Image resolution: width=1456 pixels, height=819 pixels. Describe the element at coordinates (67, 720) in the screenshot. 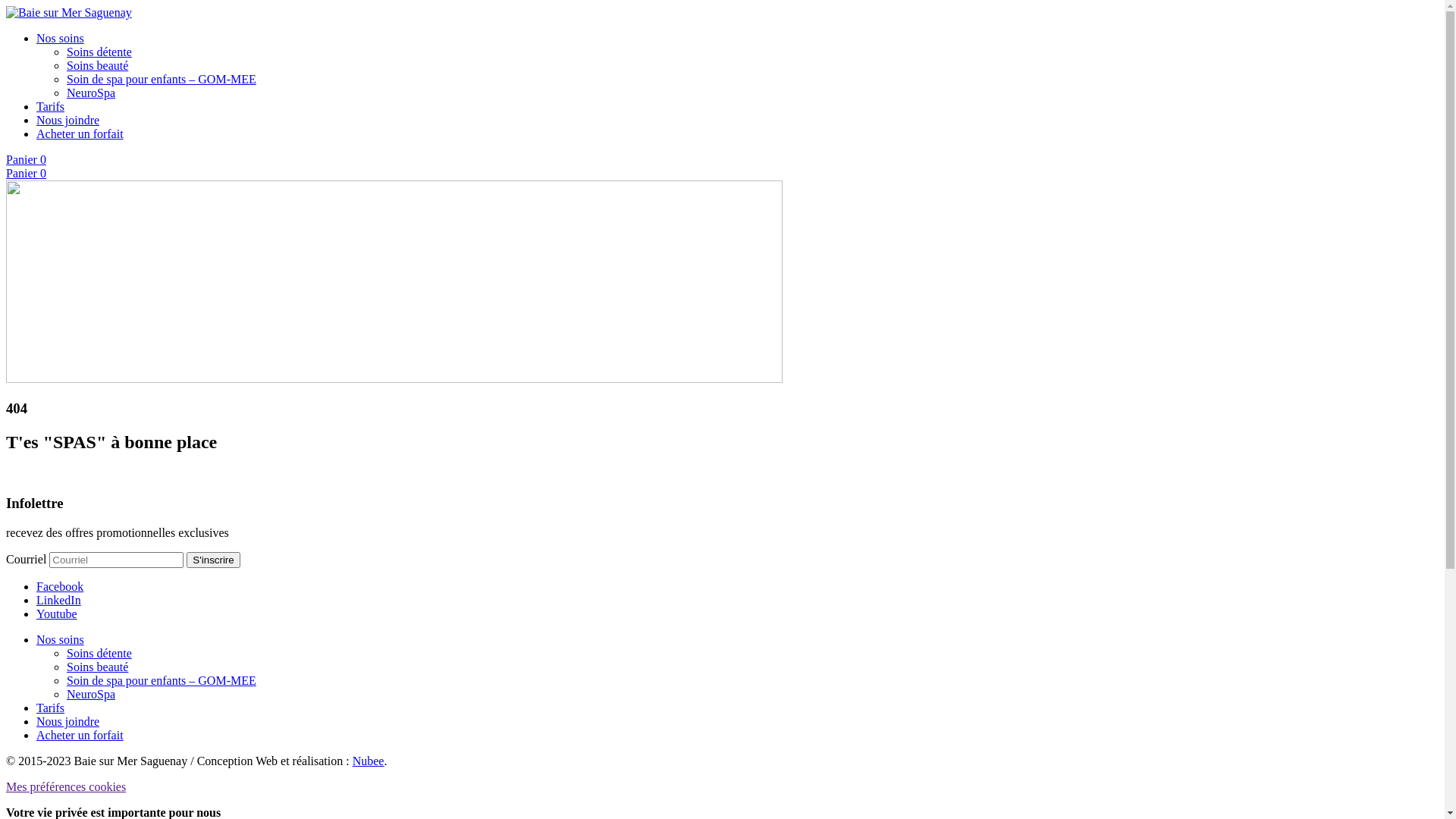

I see `'Nous joindre'` at that location.